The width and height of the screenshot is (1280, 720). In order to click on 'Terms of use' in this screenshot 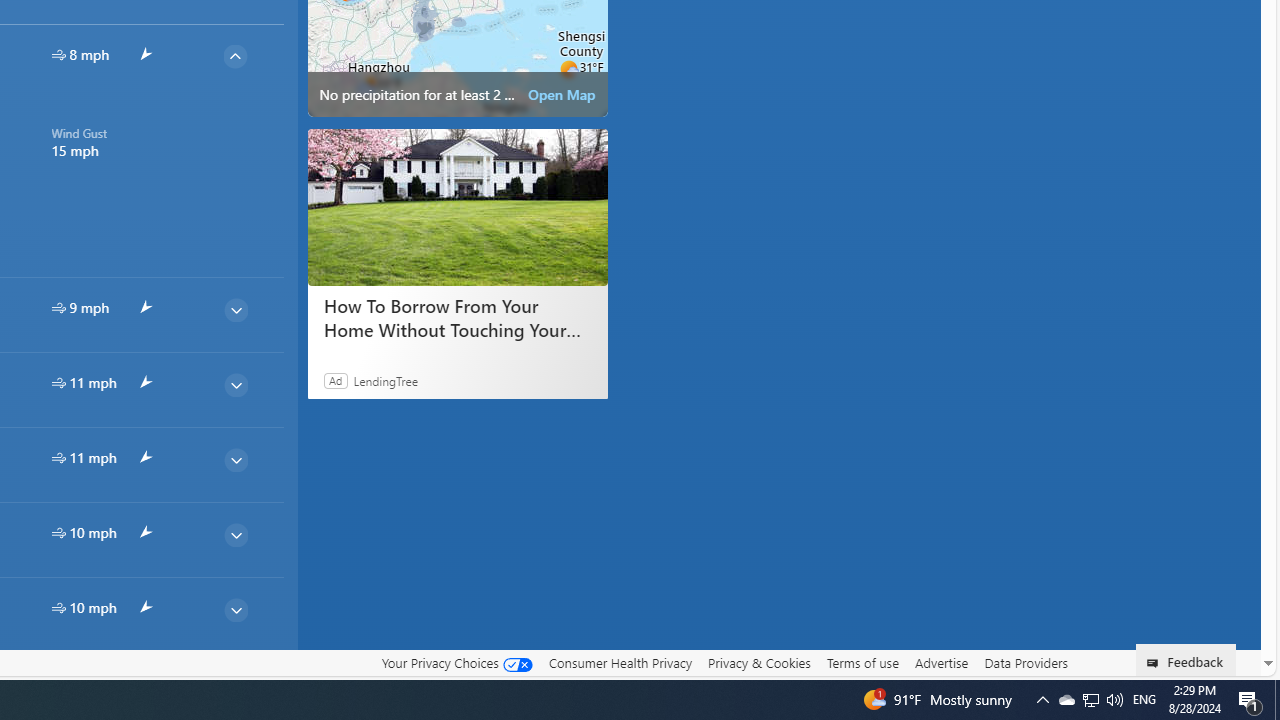, I will do `click(862, 662)`.